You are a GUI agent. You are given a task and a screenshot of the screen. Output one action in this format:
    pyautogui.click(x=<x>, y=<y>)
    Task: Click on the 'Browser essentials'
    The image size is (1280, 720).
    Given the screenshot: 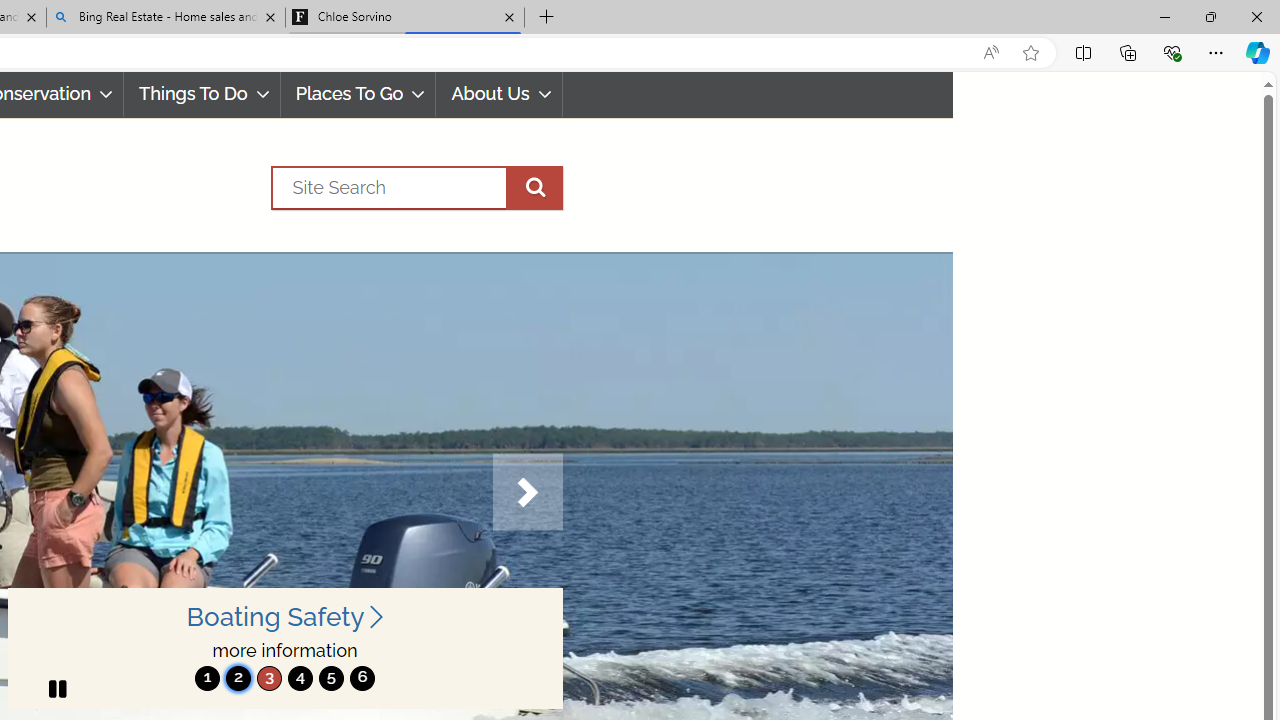 What is the action you would take?
    pyautogui.click(x=1171, y=51)
    